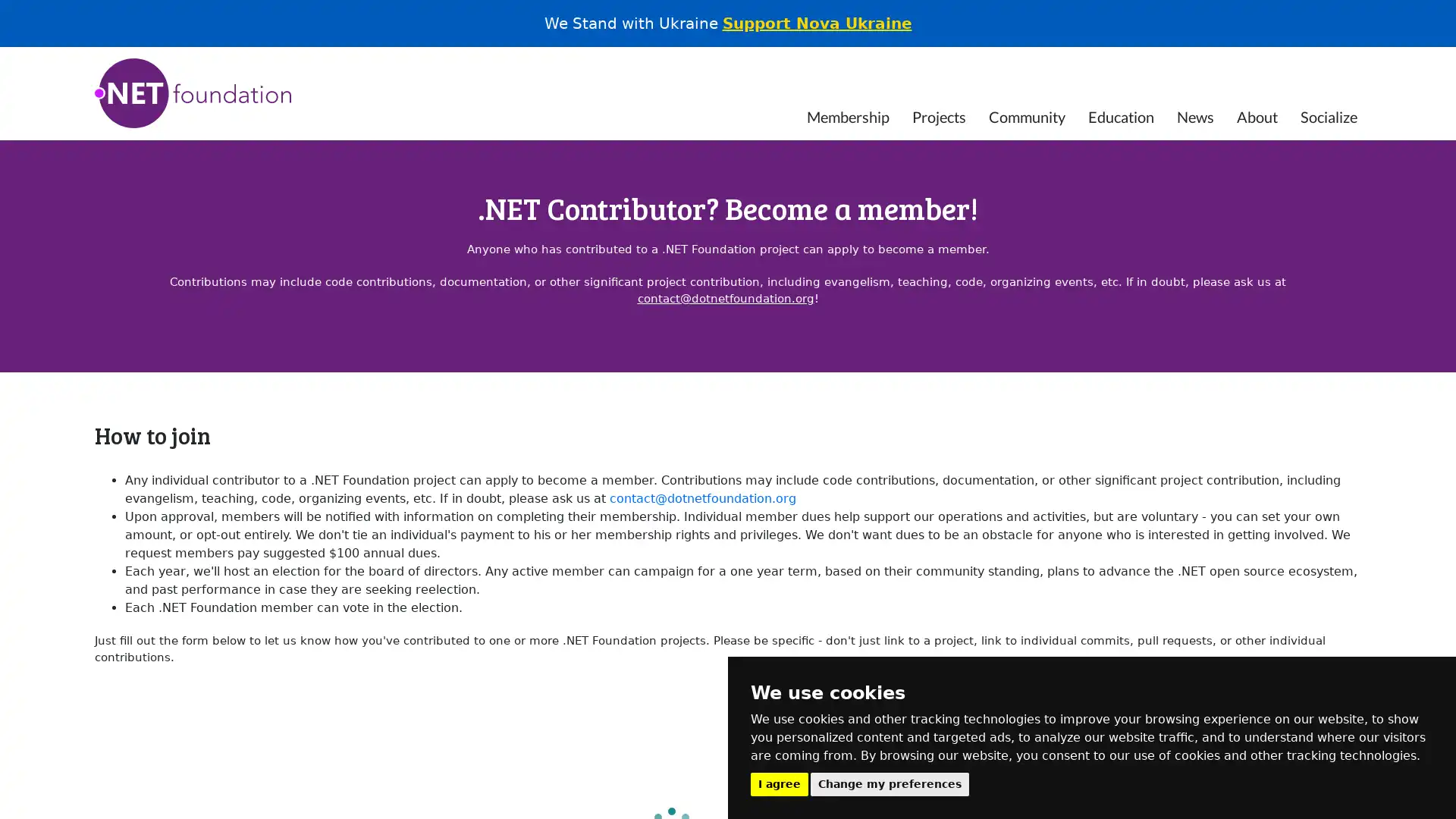 This screenshot has width=1456, height=819. I want to click on Change my preferences, so click(889, 784).